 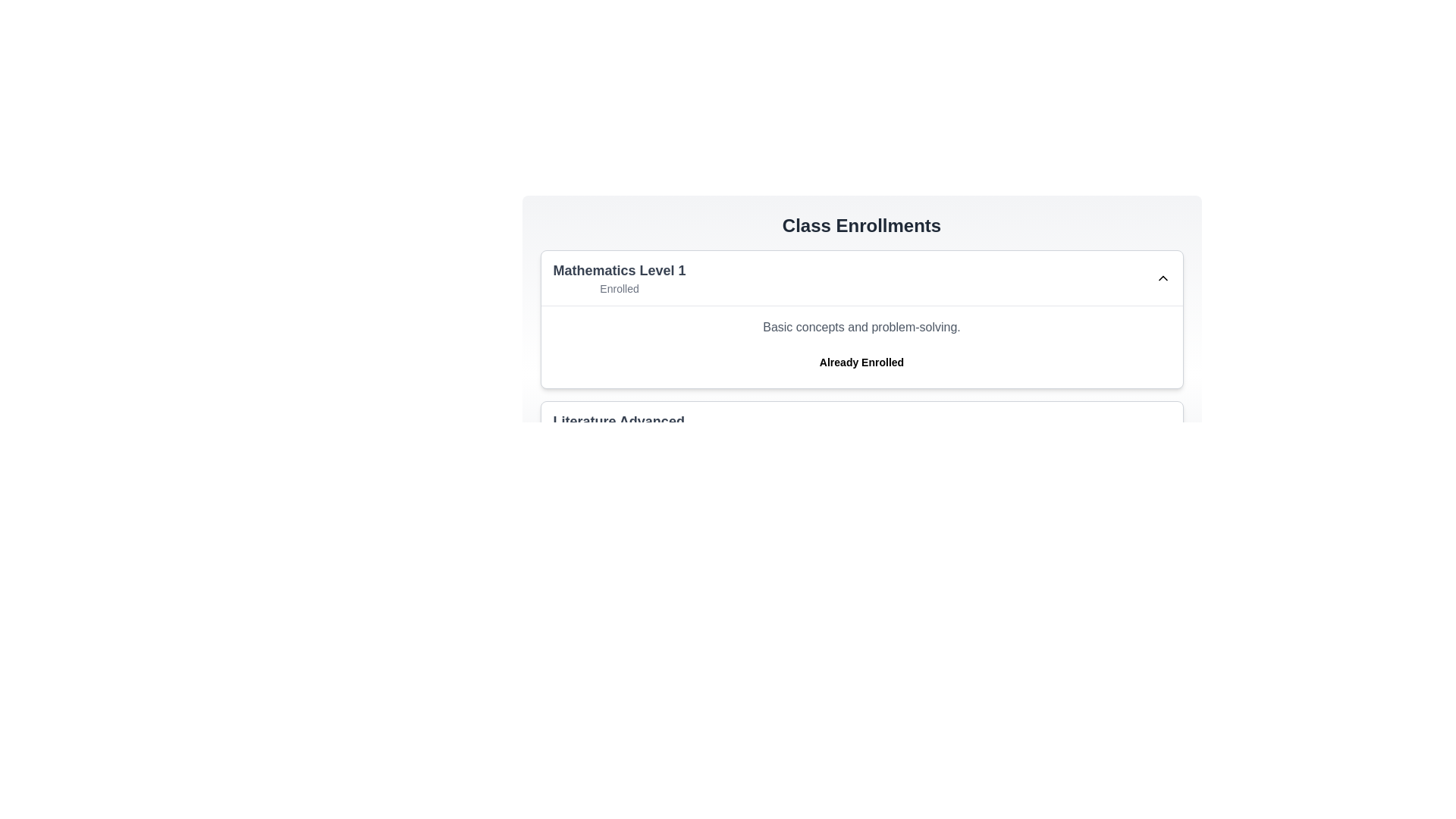 I want to click on the 'Literature Advanced' course selection button, which indicates its availability with 'Available', located in the second section beneath 'Mathematics Level 1', so click(x=861, y=429).